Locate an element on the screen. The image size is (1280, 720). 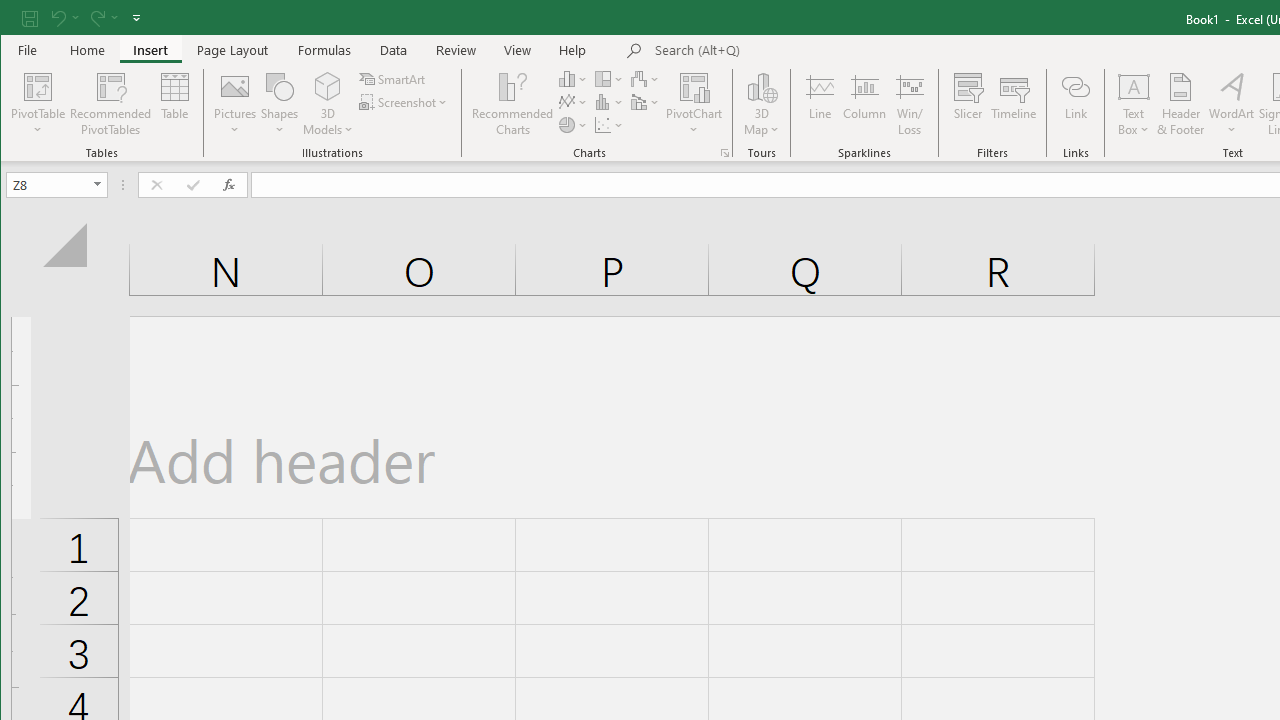
'Text Box' is located at coordinates (1134, 104).